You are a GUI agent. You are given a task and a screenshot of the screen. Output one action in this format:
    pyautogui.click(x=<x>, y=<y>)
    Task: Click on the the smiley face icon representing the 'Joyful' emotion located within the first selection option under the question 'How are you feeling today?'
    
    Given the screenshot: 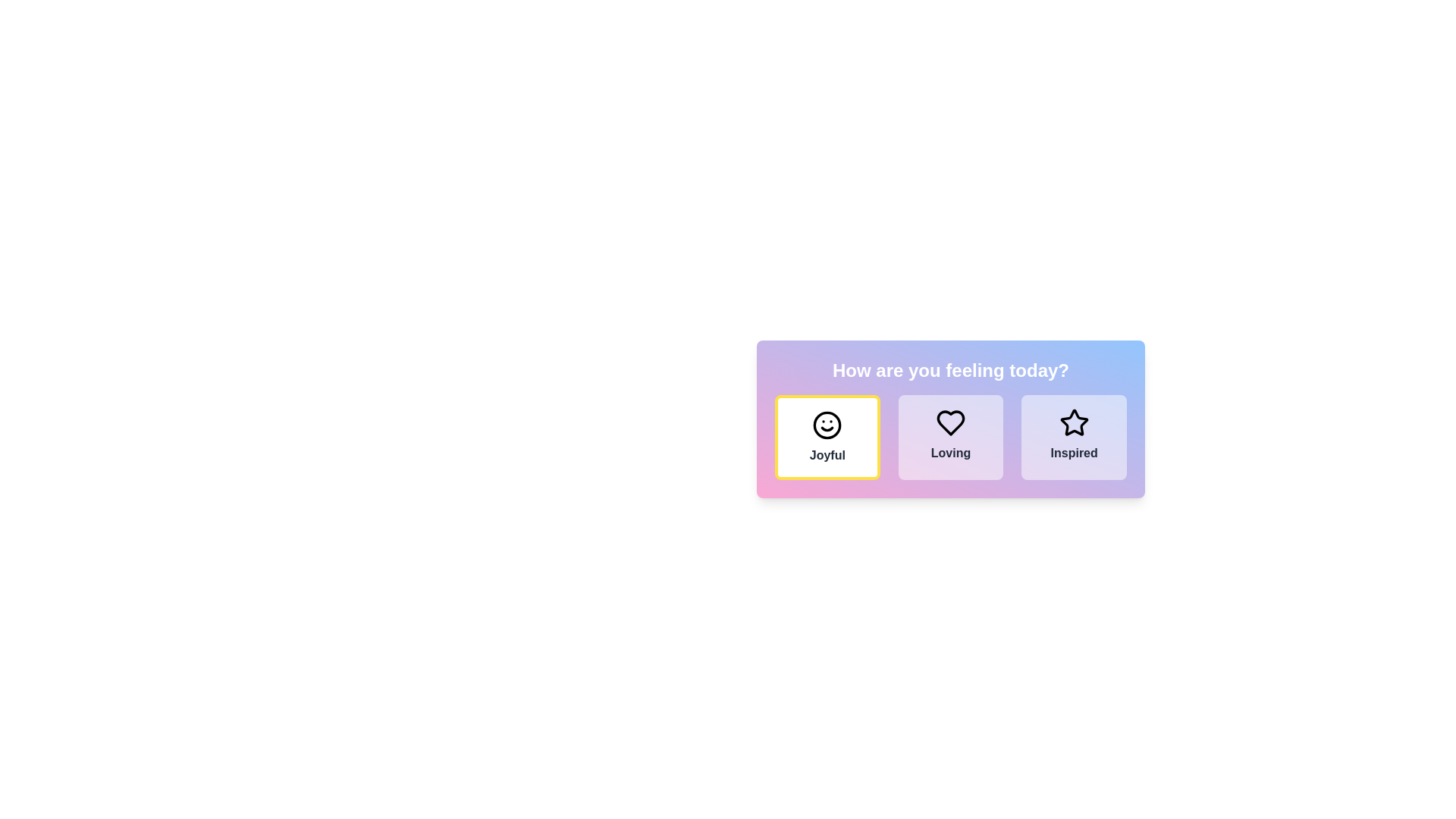 What is the action you would take?
    pyautogui.click(x=827, y=425)
    